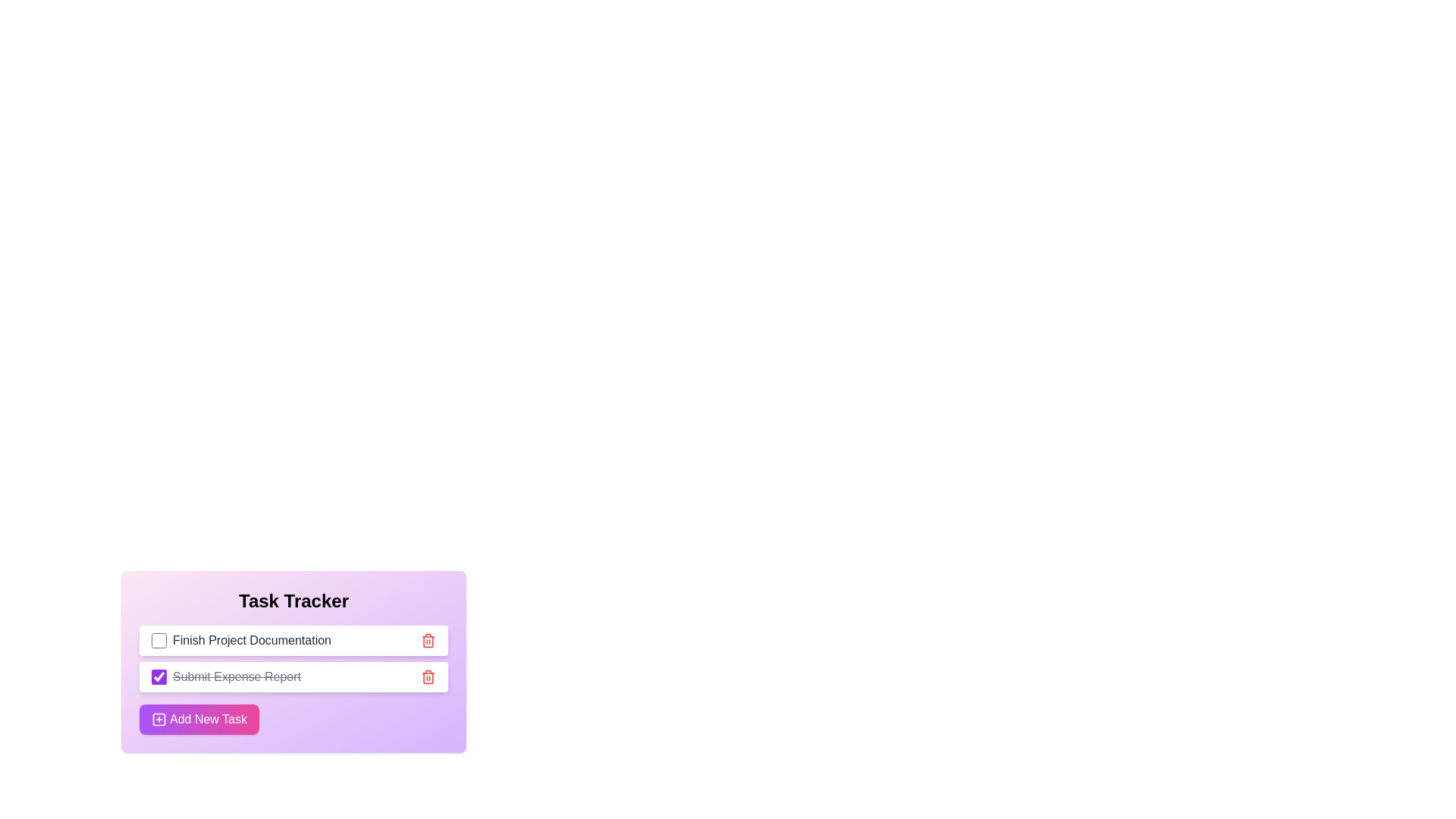 This screenshot has width=1456, height=819. What do you see at coordinates (293, 676) in the screenshot?
I see `the checkbox in the second task entry under the 'Task Tracker' header` at bounding box center [293, 676].